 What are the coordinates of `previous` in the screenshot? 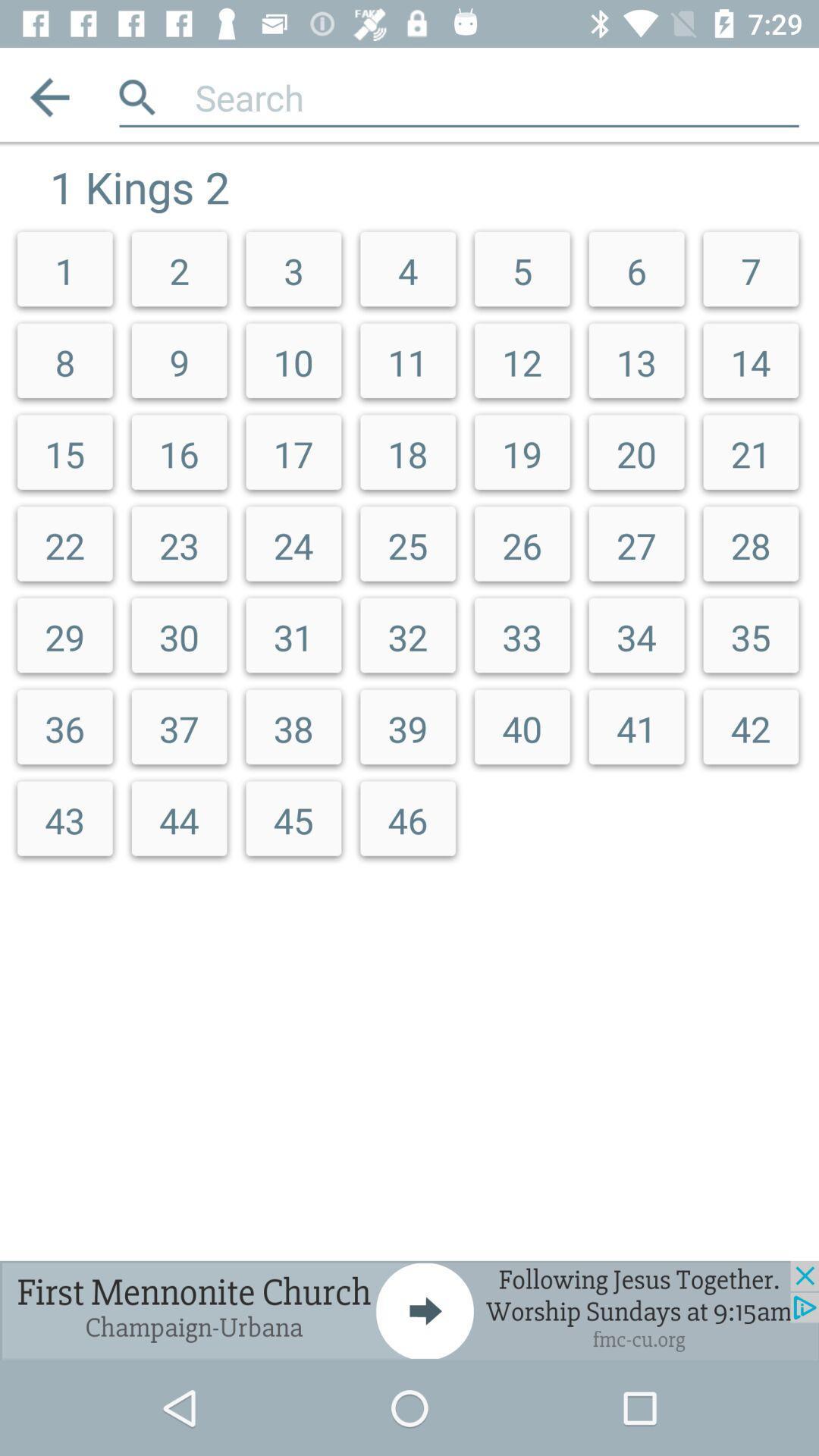 It's located at (49, 96).